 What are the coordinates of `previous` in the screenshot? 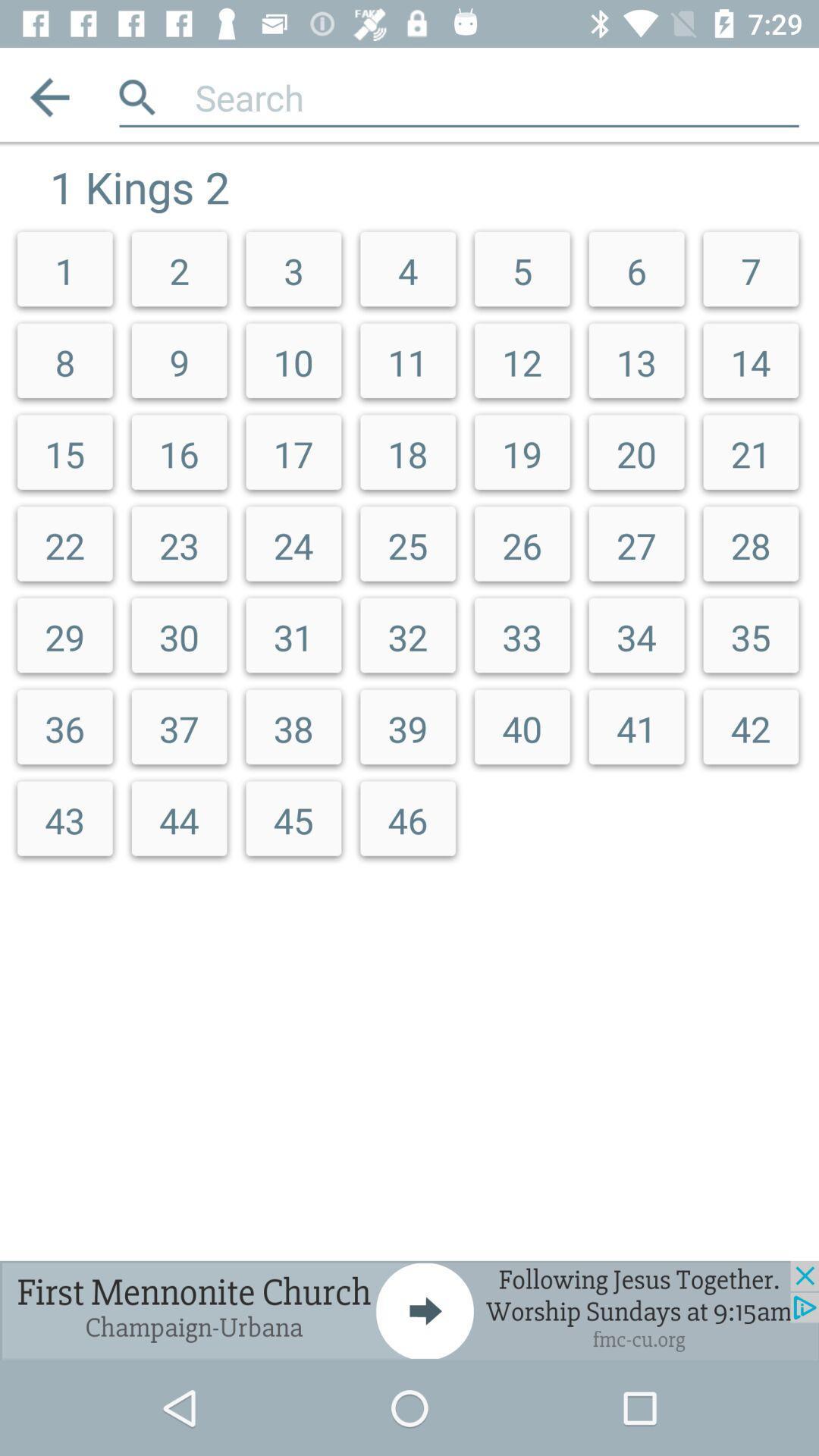 It's located at (49, 96).